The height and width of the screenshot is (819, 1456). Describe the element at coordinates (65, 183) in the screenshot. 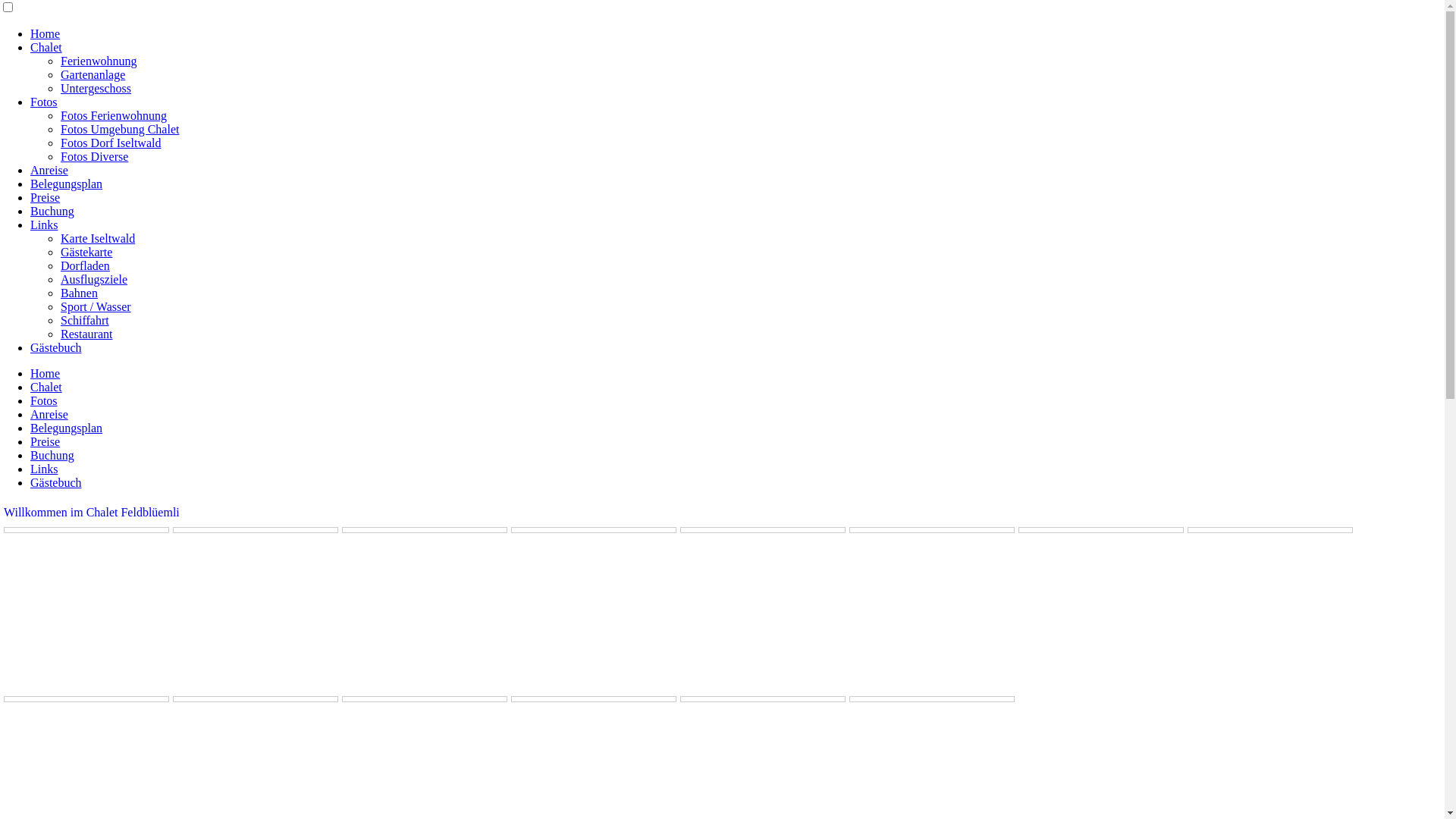

I see `'Belegungsplan'` at that location.